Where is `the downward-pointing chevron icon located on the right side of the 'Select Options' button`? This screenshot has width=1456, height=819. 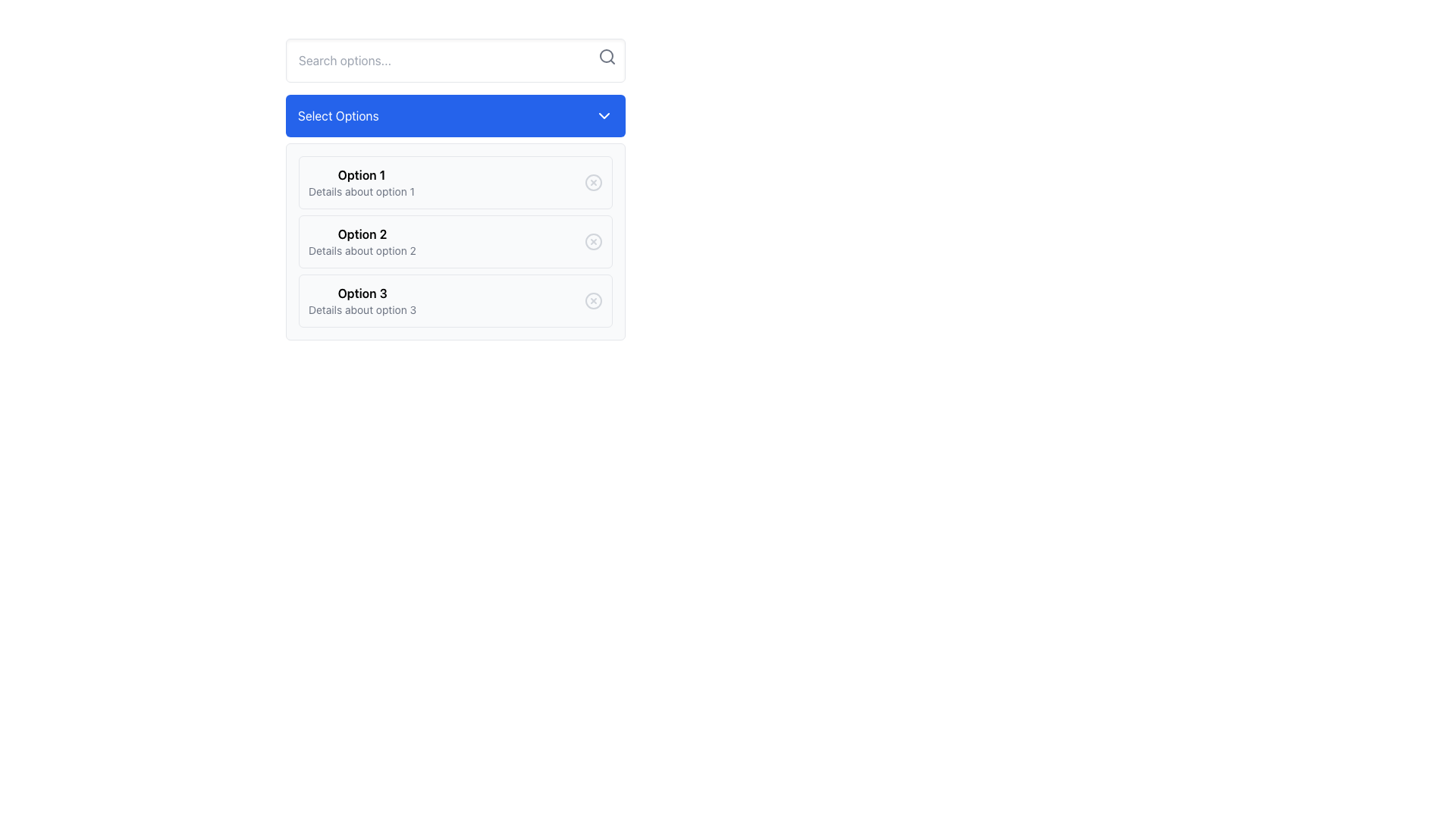
the downward-pointing chevron icon located on the right side of the 'Select Options' button is located at coordinates (603, 115).